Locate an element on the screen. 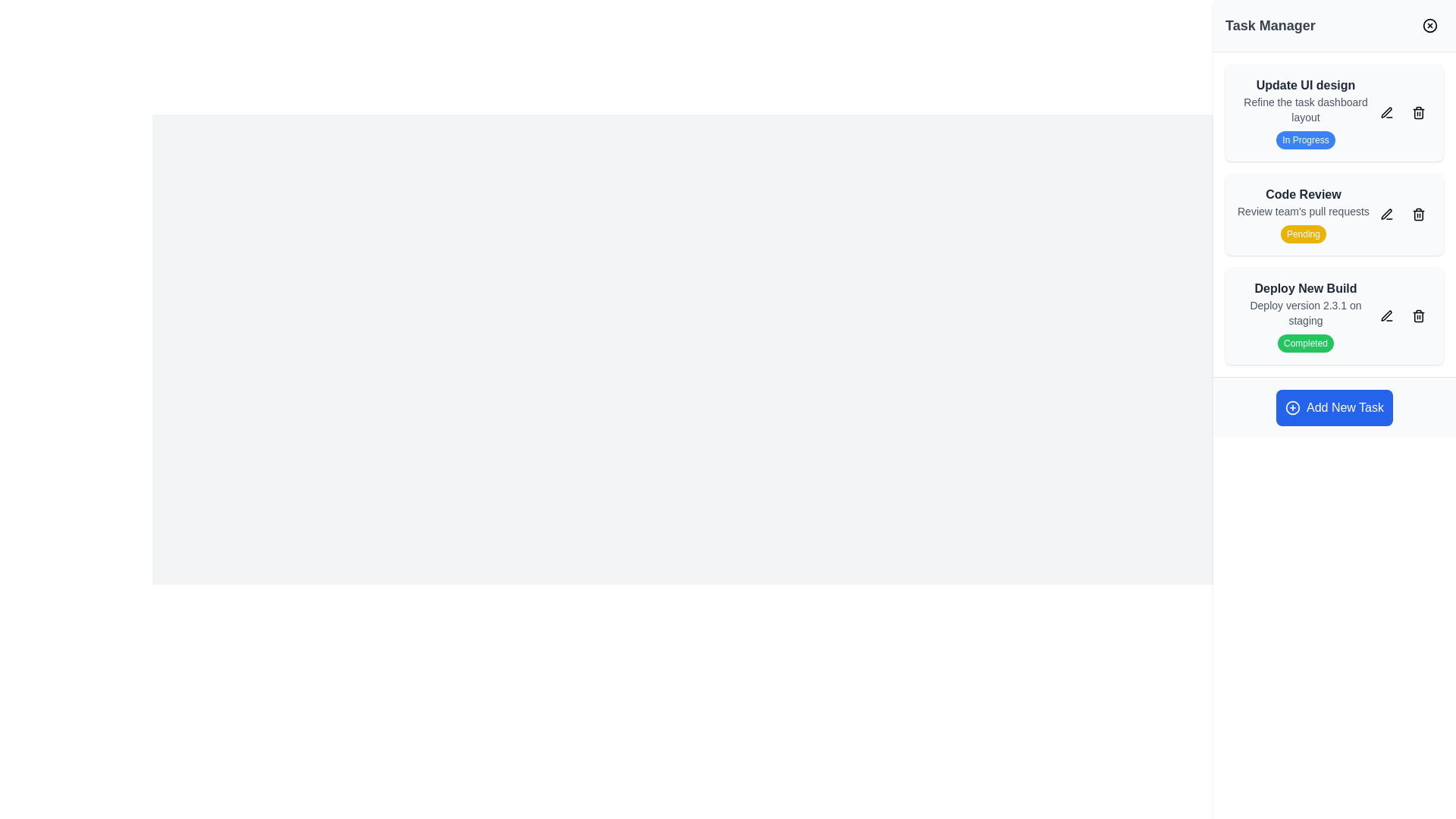  the trash can icon button located within the 'Update UI design' task card is located at coordinates (1418, 112).